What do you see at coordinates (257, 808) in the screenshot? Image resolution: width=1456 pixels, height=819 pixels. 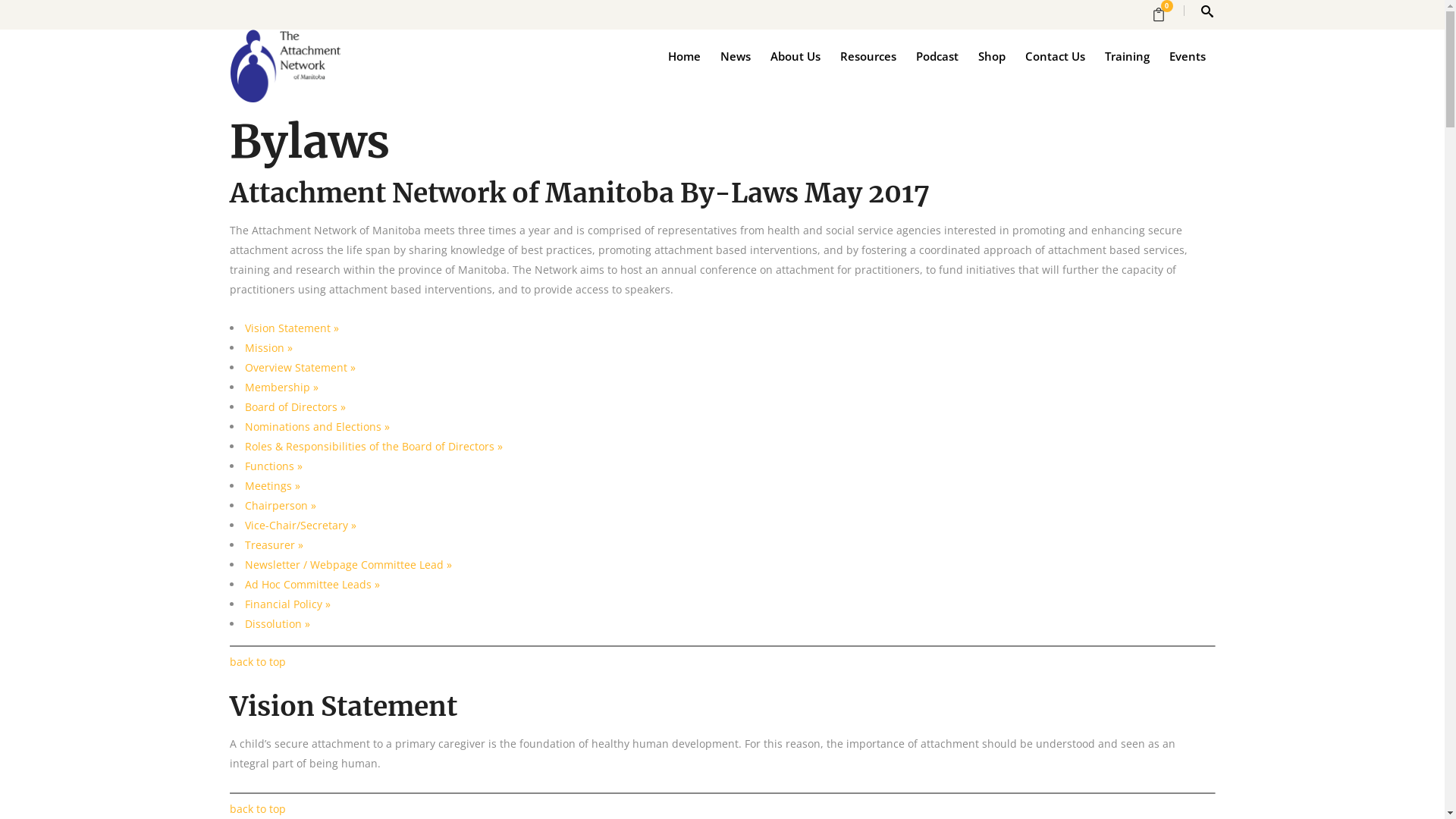 I see `'back to top'` at bounding box center [257, 808].